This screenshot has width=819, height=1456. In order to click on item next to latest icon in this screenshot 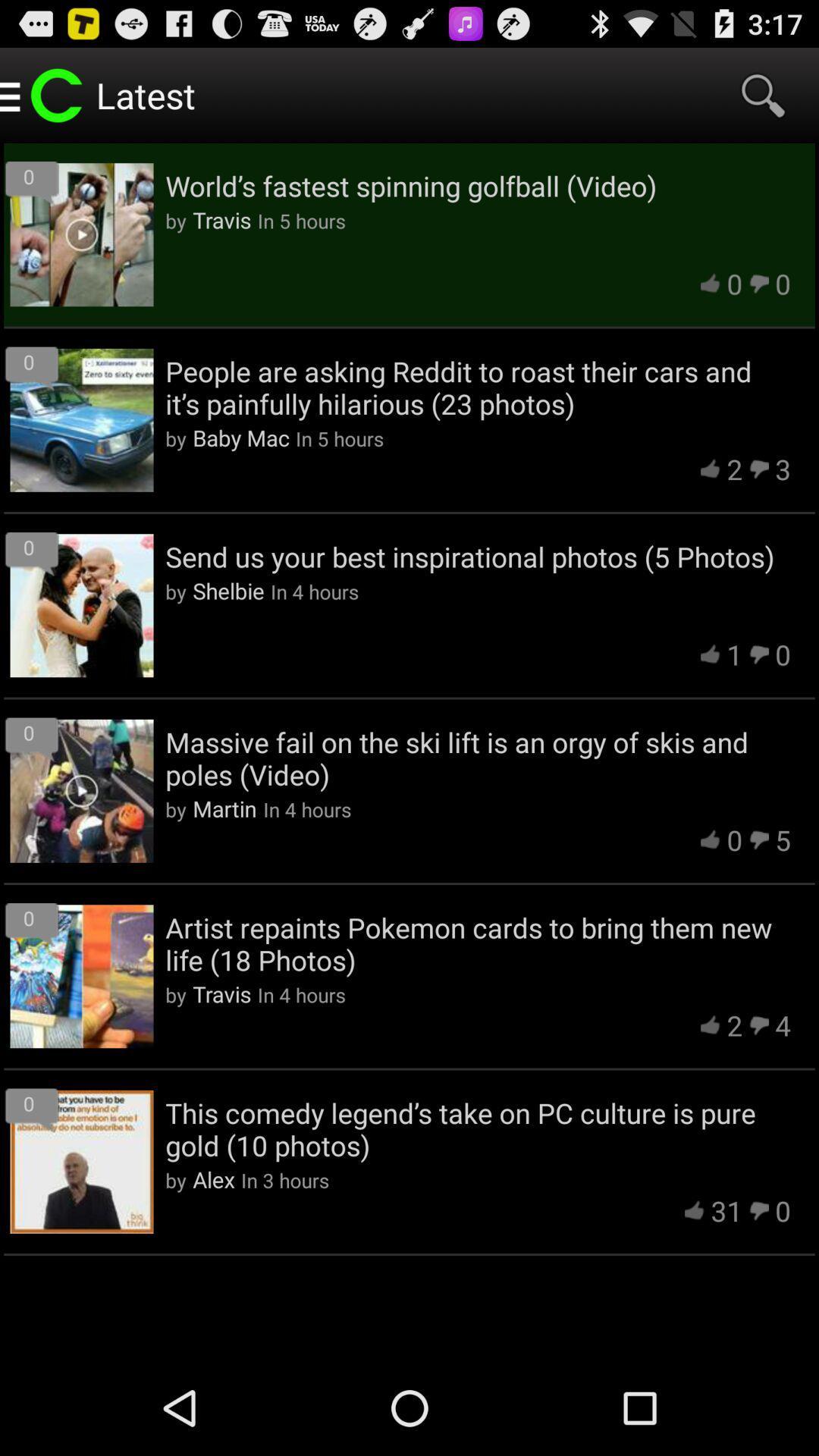, I will do `click(763, 94)`.